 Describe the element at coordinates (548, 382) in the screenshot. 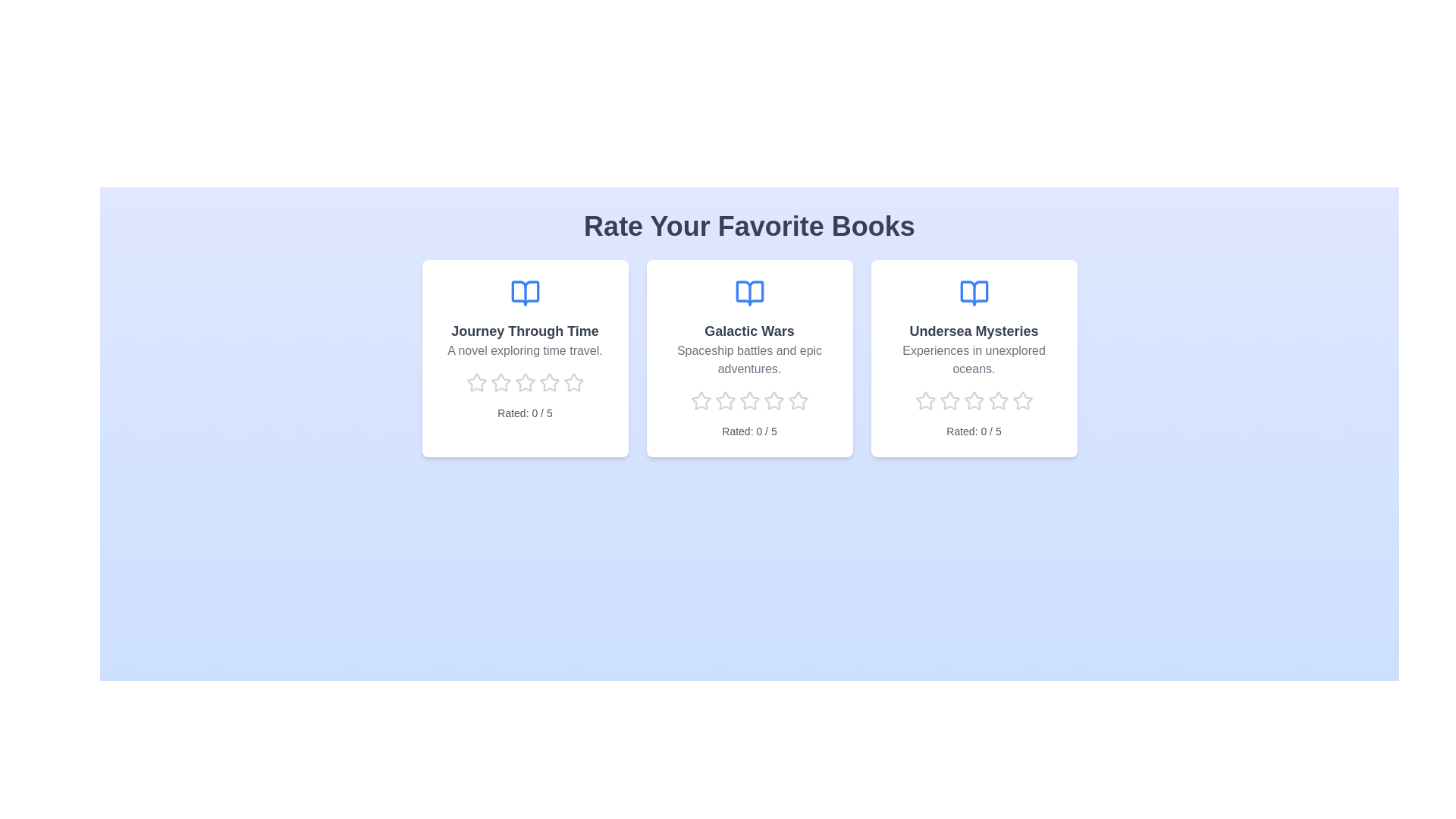

I see `the rating of a book to 4 stars by clicking on the corresponding star` at that location.